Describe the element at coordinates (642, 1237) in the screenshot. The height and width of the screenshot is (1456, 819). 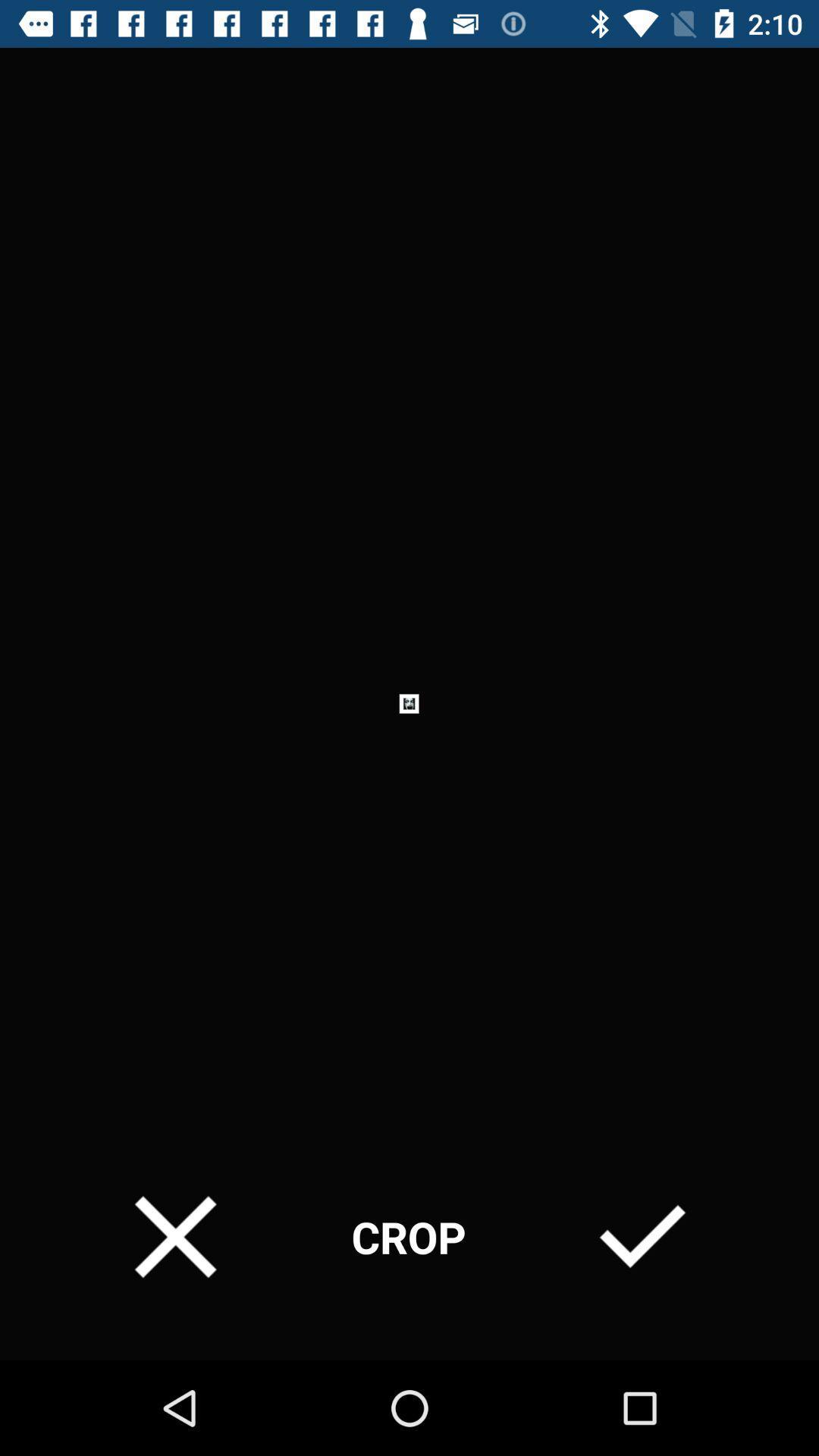
I see `the icon at the bottom right corner` at that location.